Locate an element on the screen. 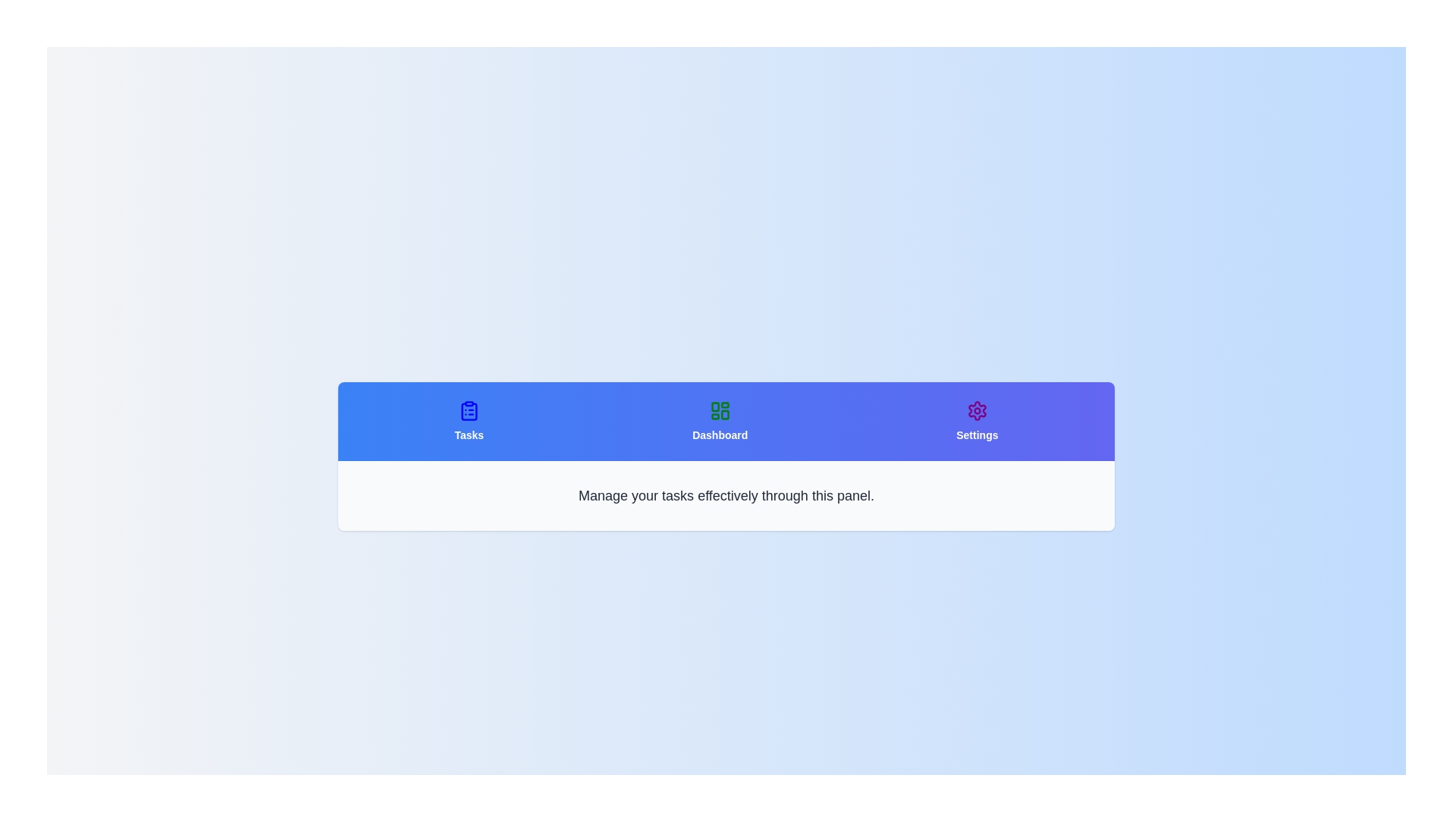 The image size is (1456, 819). the Settings tab by clicking on its button is located at coordinates (976, 421).